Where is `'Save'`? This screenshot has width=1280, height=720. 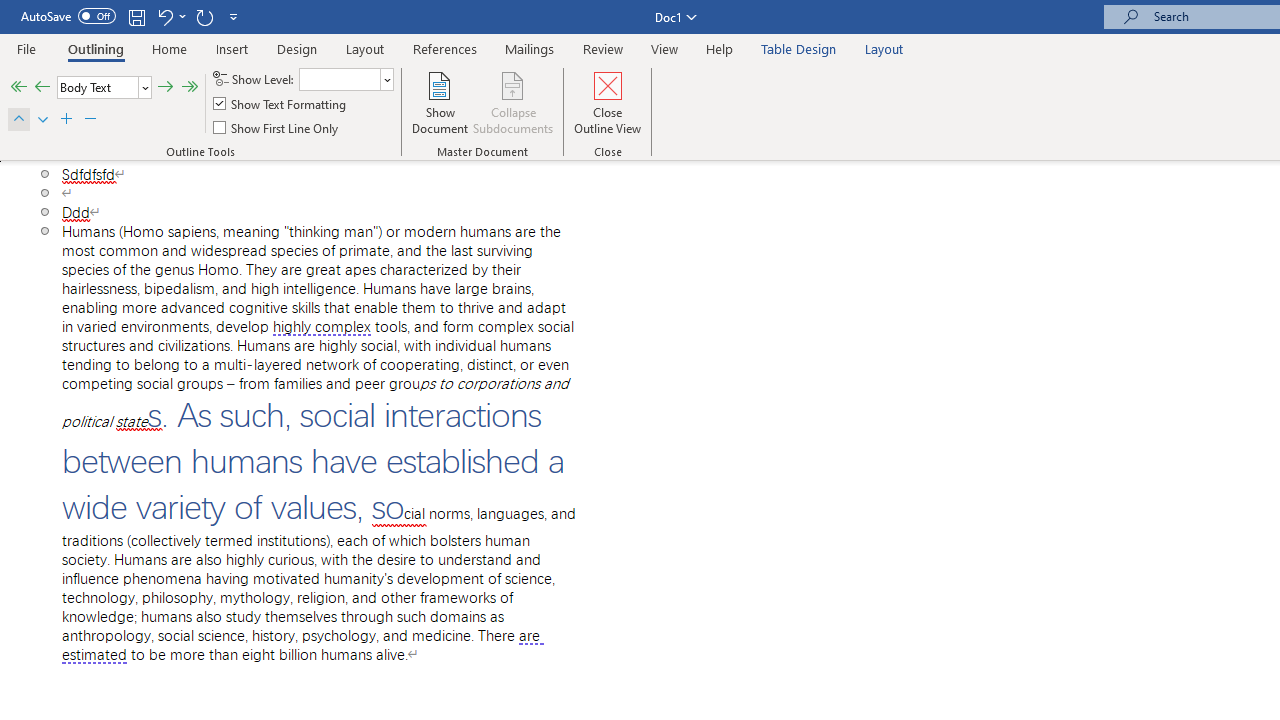 'Save' is located at coordinates (135, 16).